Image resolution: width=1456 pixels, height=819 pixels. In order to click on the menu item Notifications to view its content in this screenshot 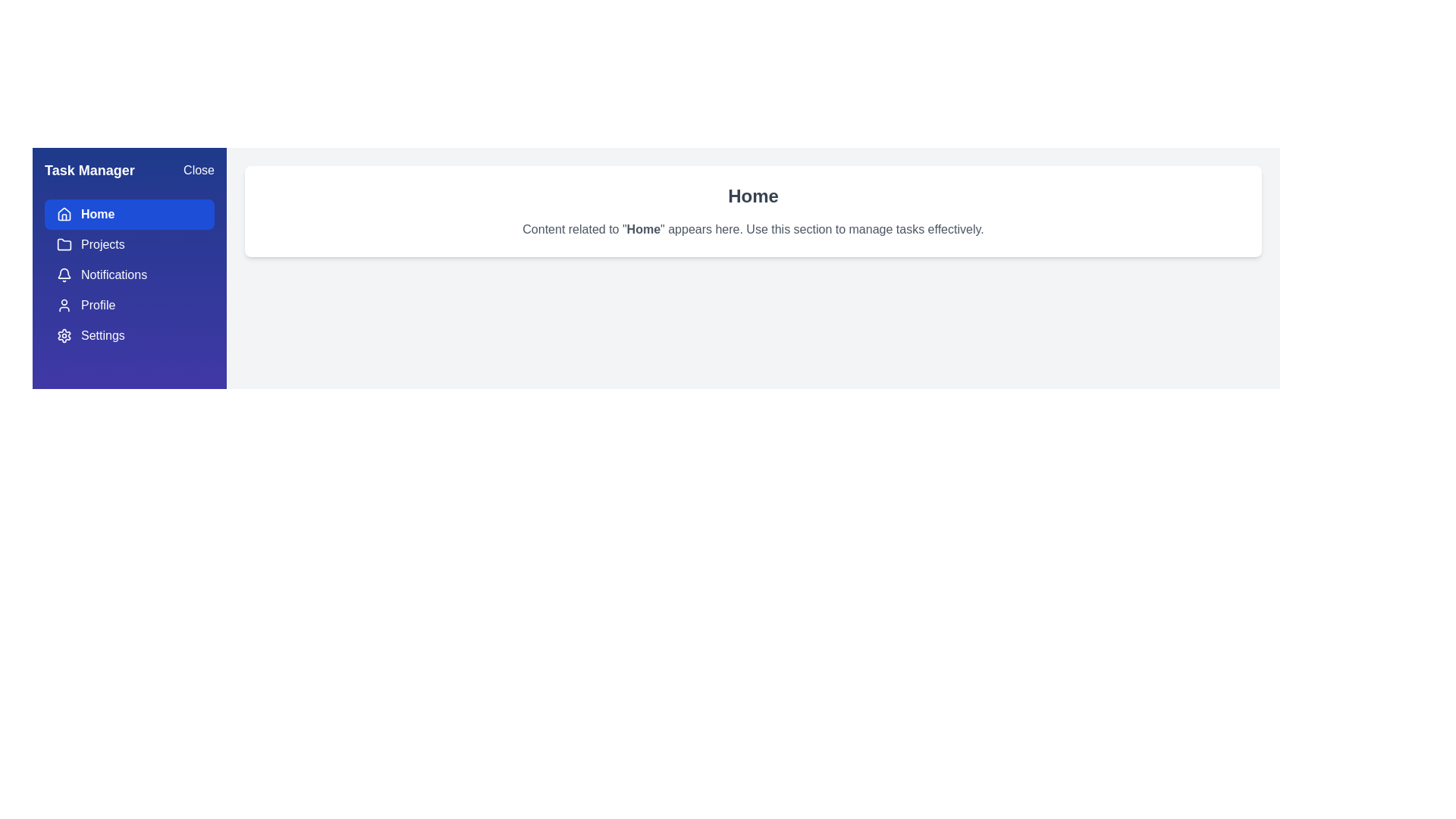, I will do `click(130, 275)`.